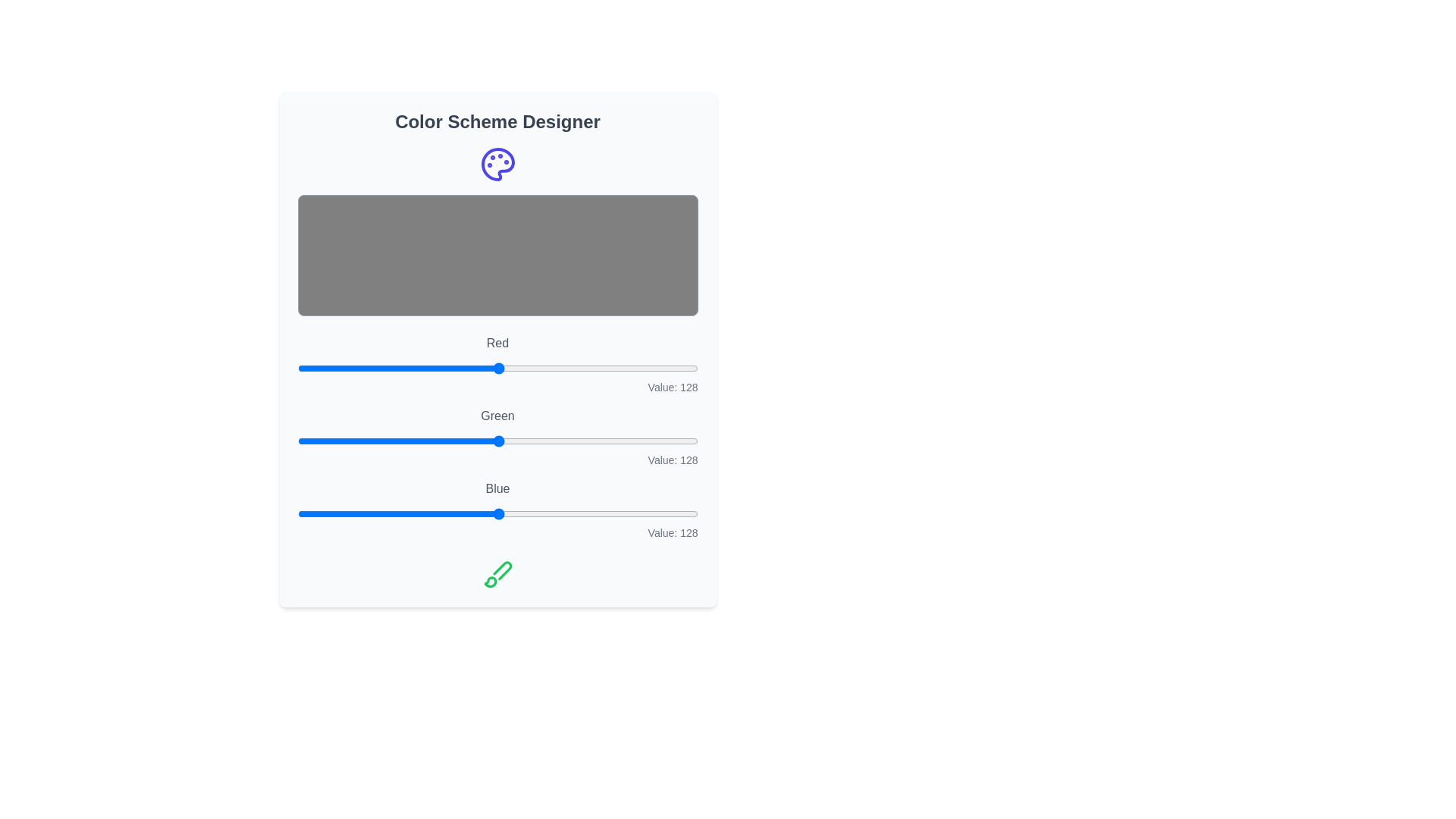  What do you see at coordinates (378, 369) in the screenshot?
I see `the red component intensity` at bounding box center [378, 369].